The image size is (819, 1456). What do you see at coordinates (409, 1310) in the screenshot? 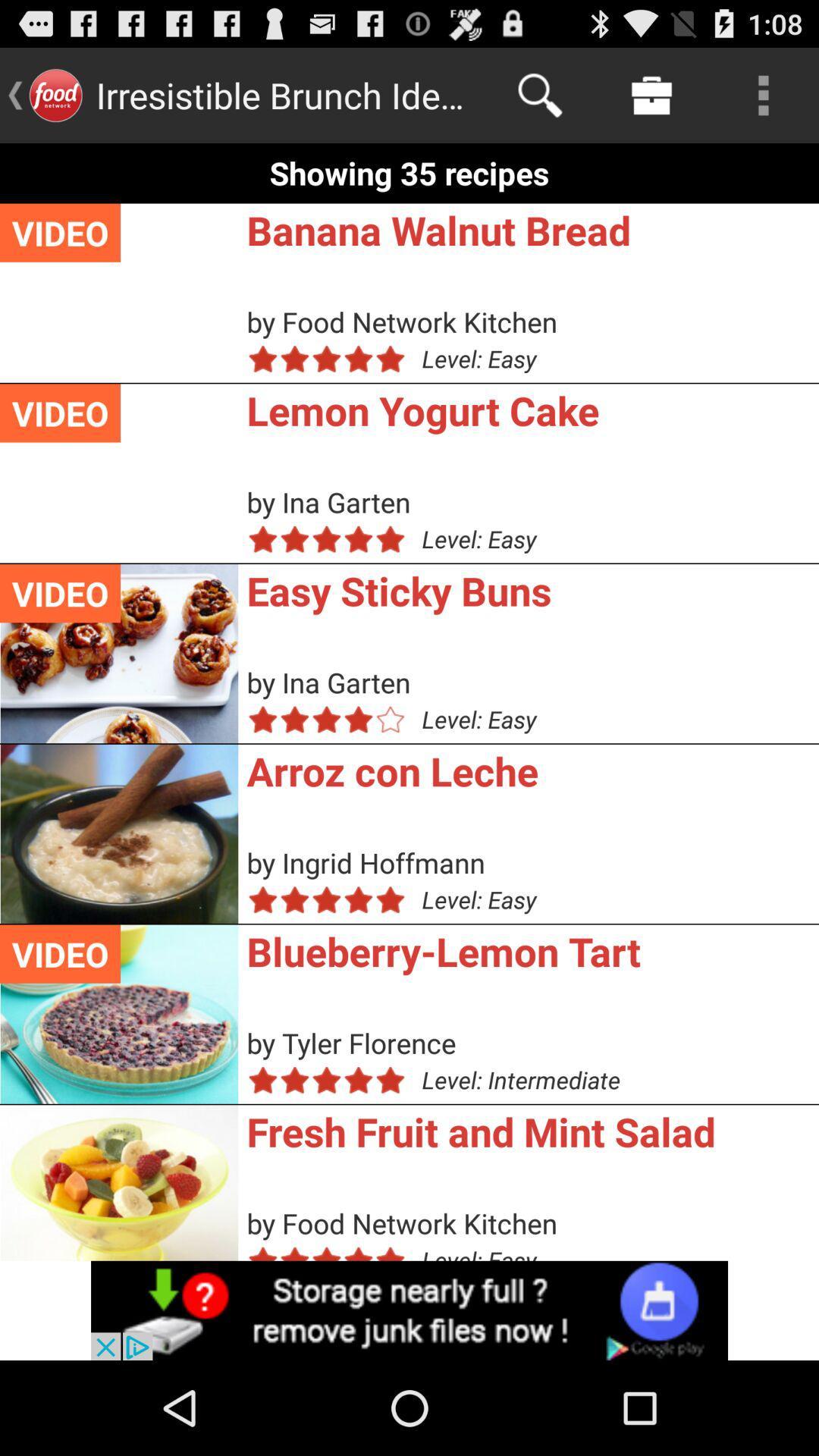
I see `selected advertisement` at bounding box center [409, 1310].